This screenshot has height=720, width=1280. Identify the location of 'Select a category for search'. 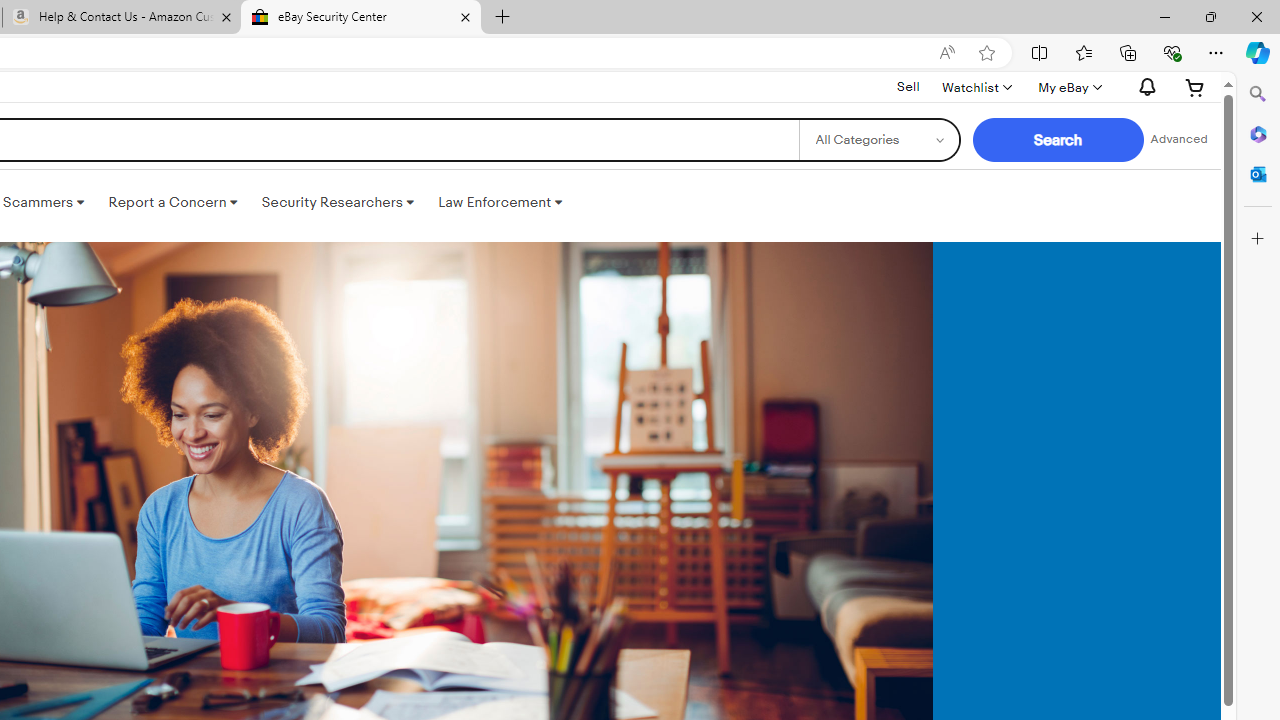
(878, 139).